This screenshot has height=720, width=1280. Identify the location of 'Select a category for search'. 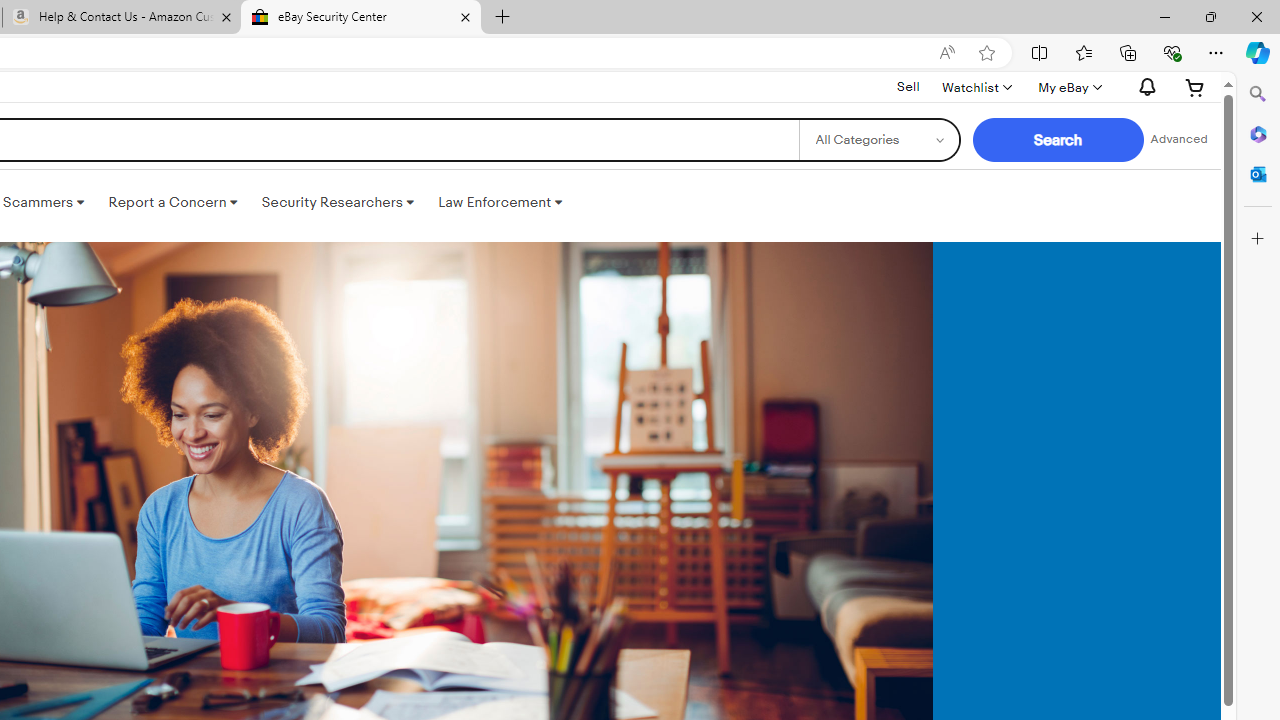
(878, 139).